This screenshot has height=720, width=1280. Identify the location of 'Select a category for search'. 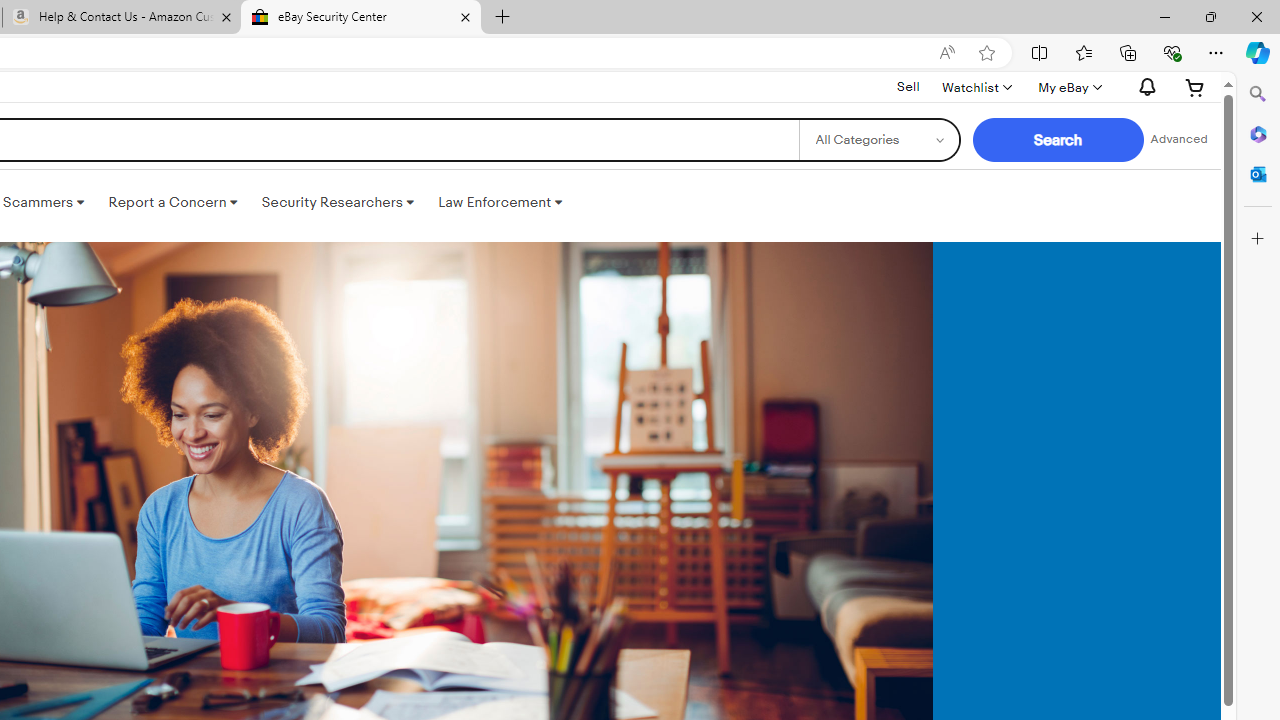
(878, 139).